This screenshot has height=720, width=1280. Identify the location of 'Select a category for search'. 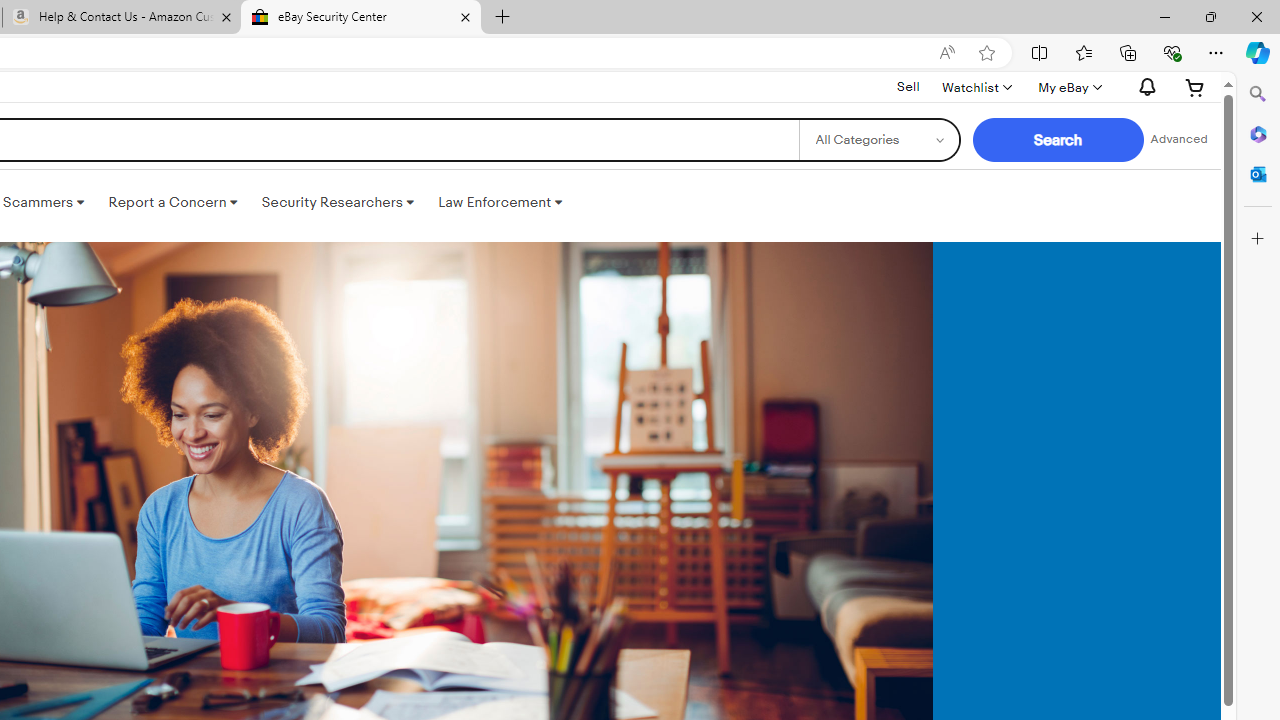
(878, 139).